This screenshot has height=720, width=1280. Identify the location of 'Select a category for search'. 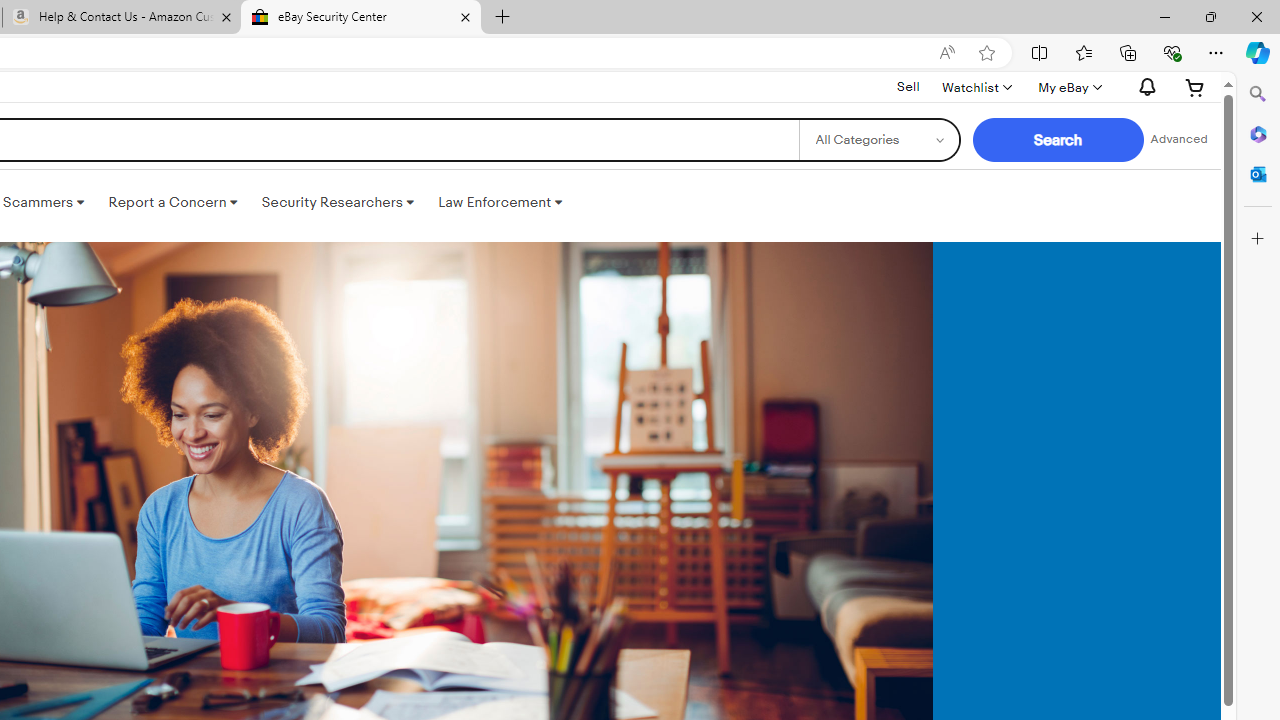
(878, 139).